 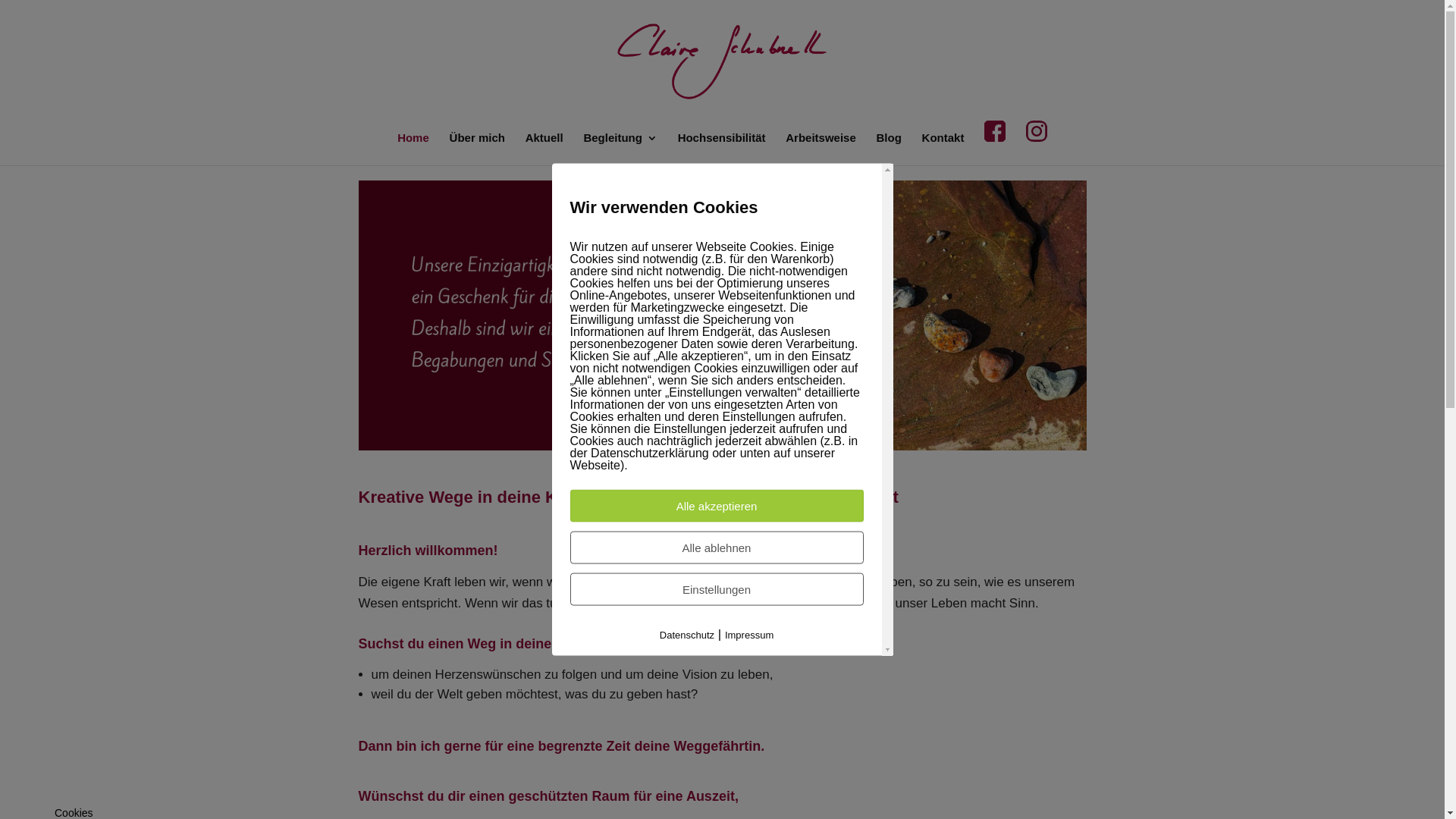 What do you see at coordinates (686, 635) in the screenshot?
I see `'Datenschutz'` at bounding box center [686, 635].